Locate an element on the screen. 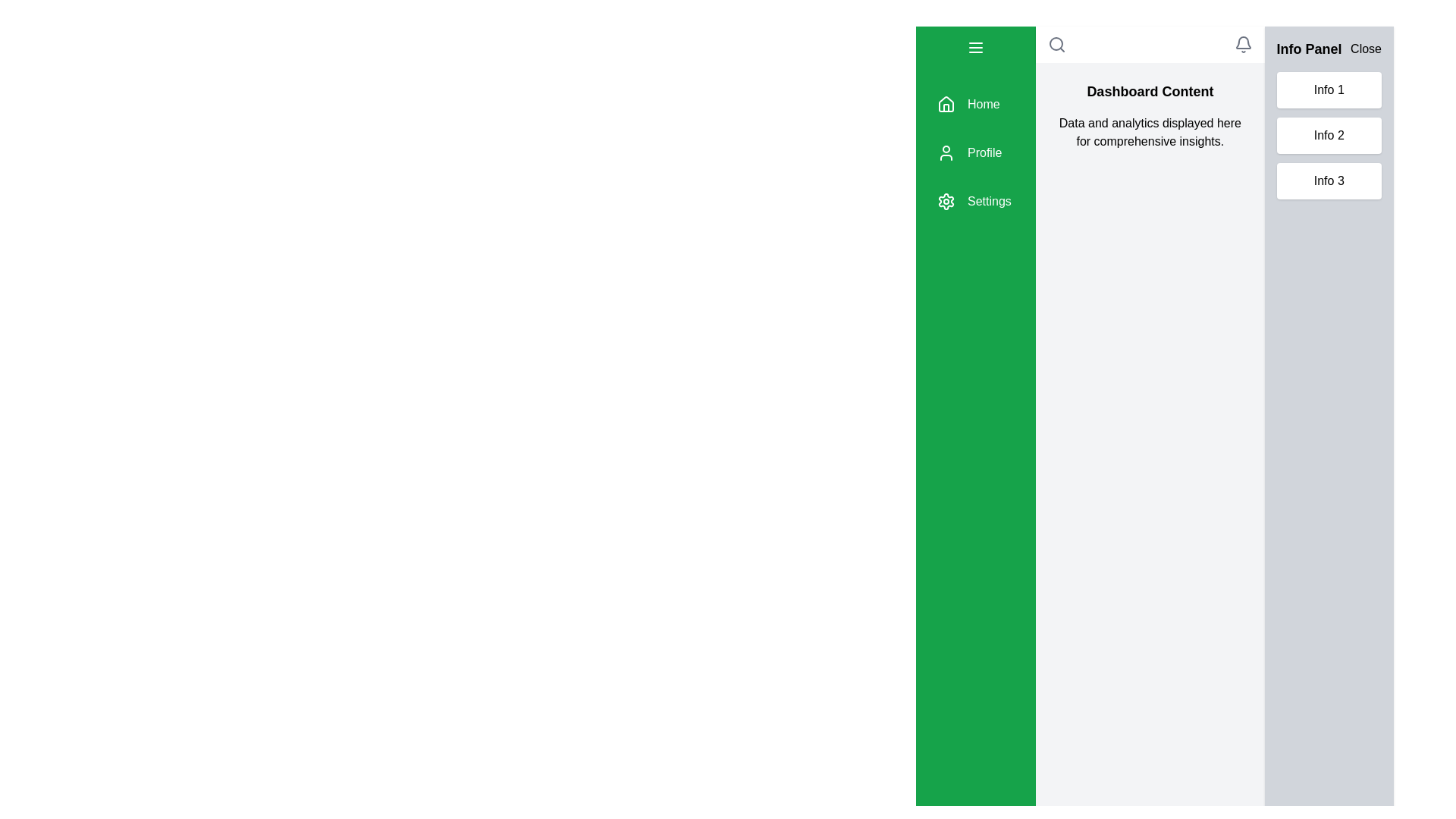 Image resolution: width=1456 pixels, height=819 pixels. the 'Settings' label located in the vertical navigation bar, which is the third item following 'Home' and 'Profile' is located at coordinates (989, 201).